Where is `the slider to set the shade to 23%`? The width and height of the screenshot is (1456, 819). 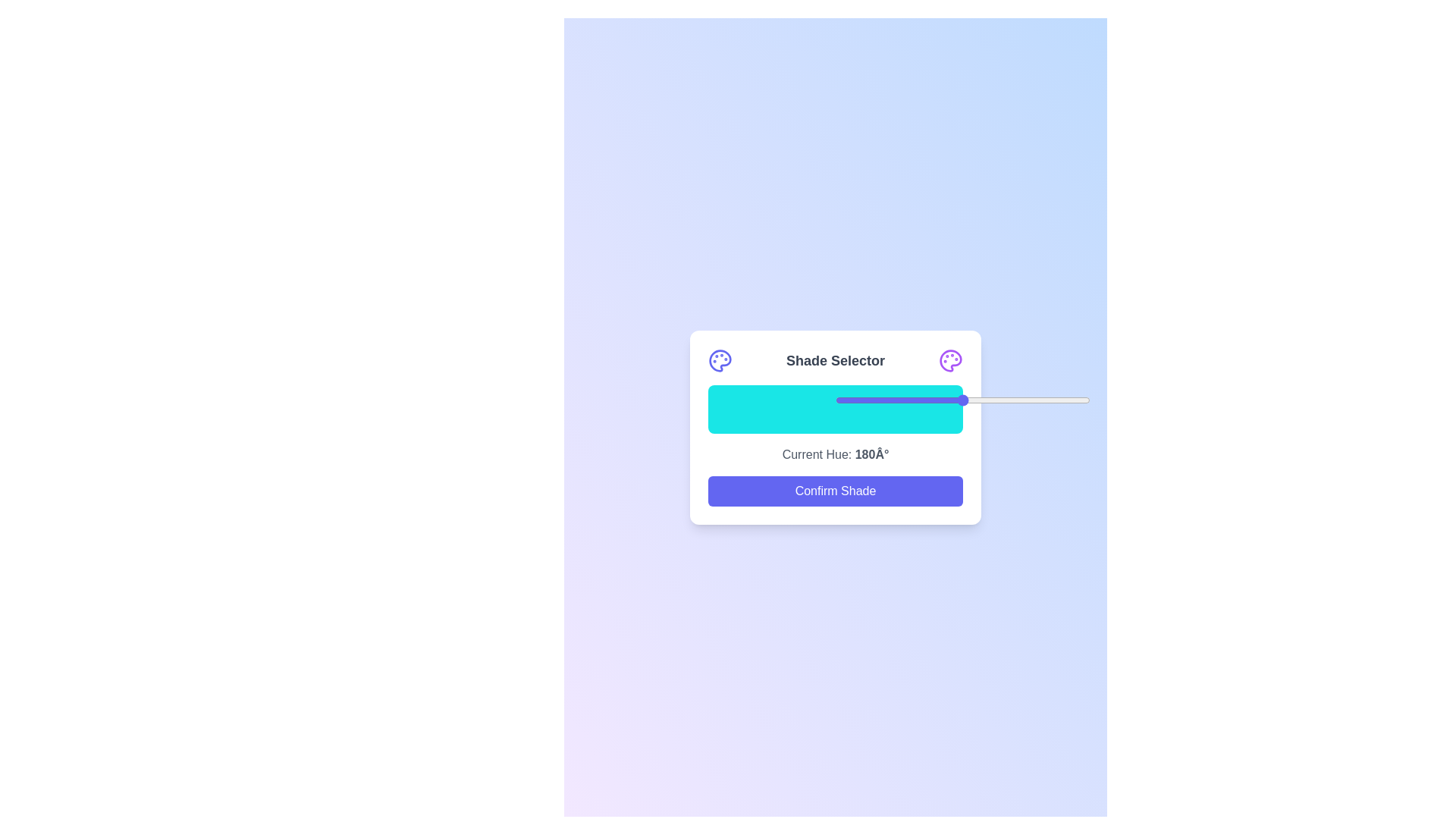 the slider to set the shade to 23% is located at coordinates (894, 400).